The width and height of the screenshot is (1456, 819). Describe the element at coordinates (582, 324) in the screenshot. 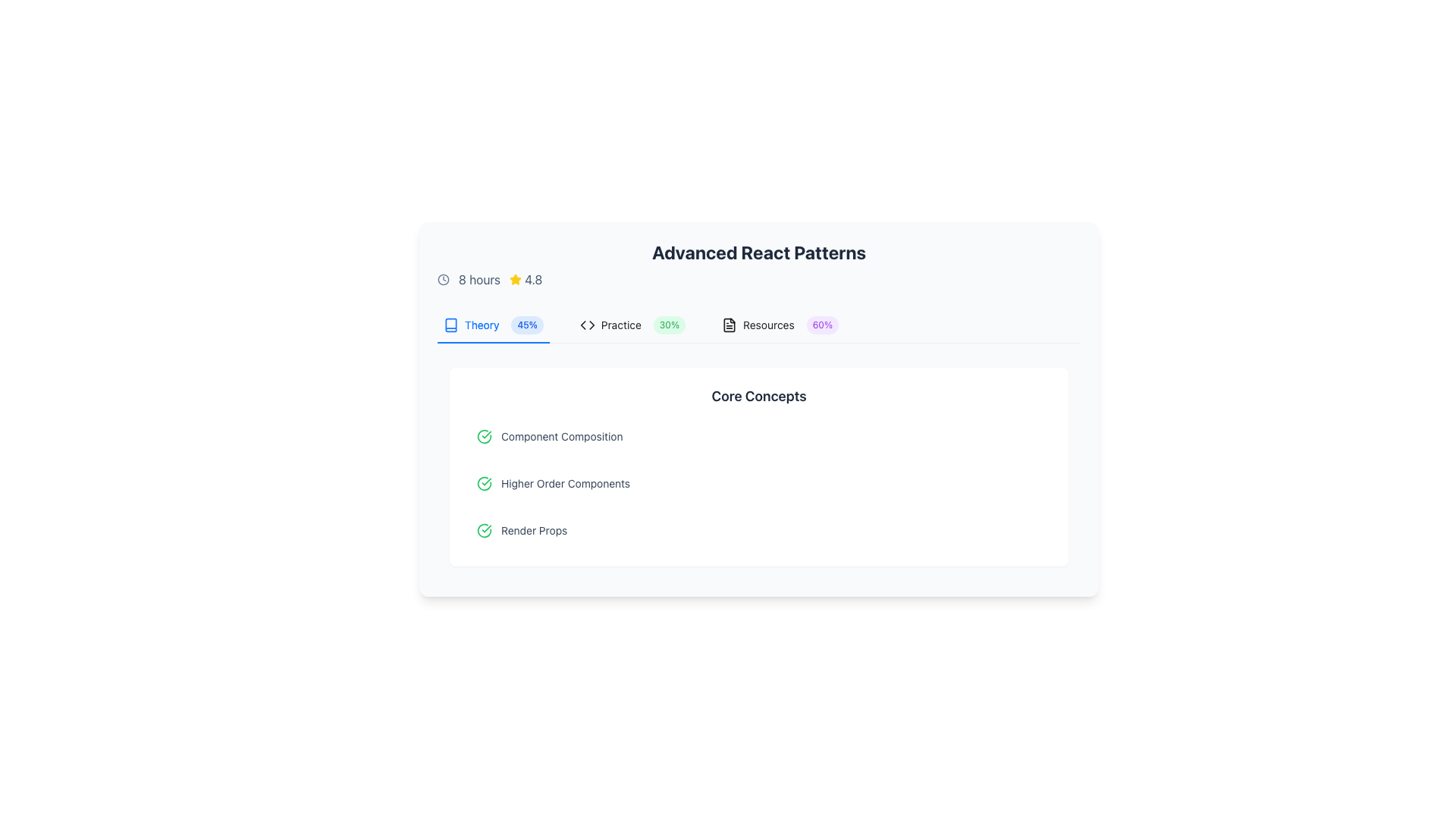

I see `leftward-facing chevron triangular marker within the code symbol icon using developer tools` at that location.